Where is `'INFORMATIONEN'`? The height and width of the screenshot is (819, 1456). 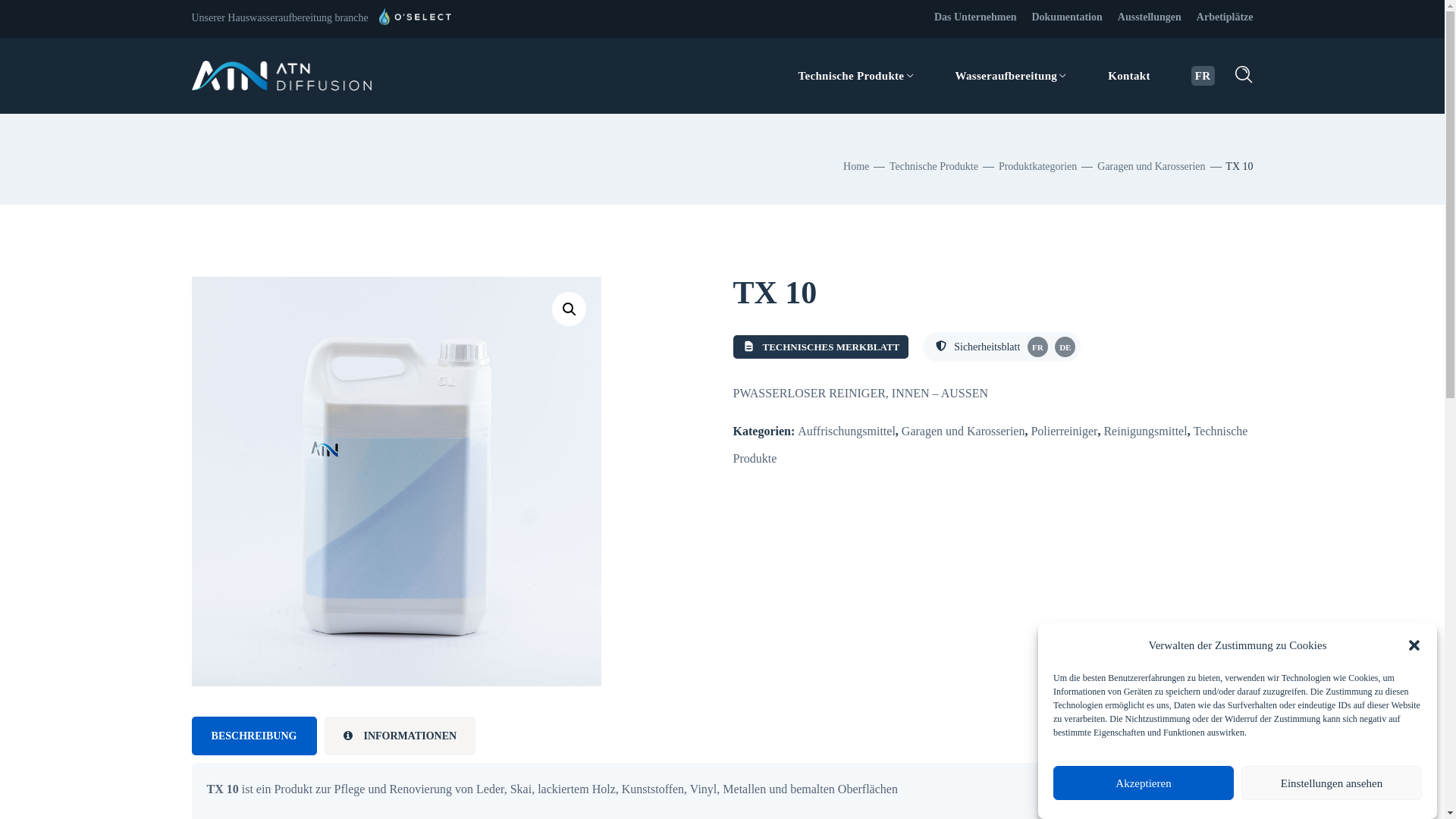 'INFORMATIONEN' is located at coordinates (400, 735).